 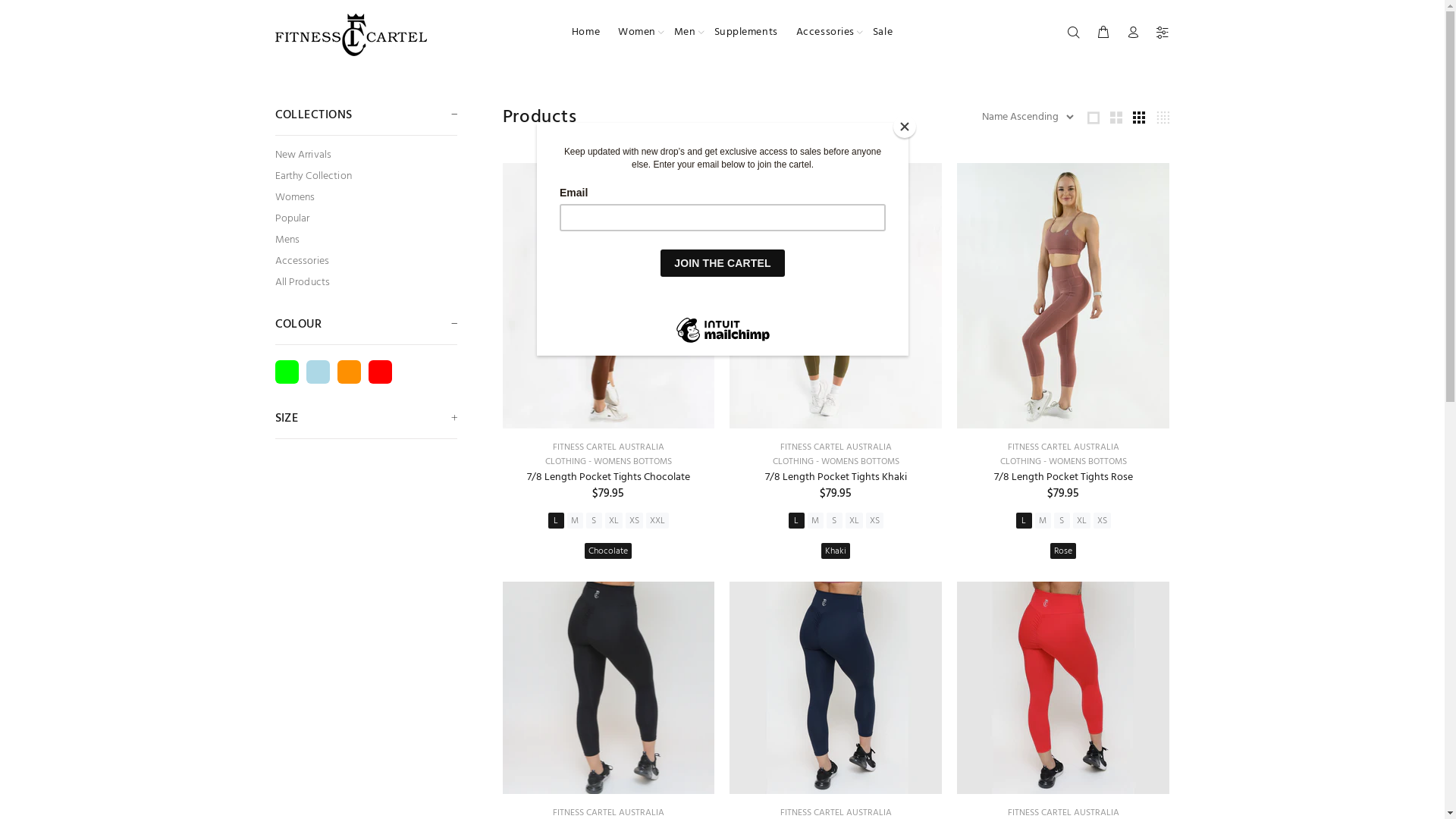 I want to click on 'FITNESS CARTEL AUSTRALIA', so click(x=1062, y=447).